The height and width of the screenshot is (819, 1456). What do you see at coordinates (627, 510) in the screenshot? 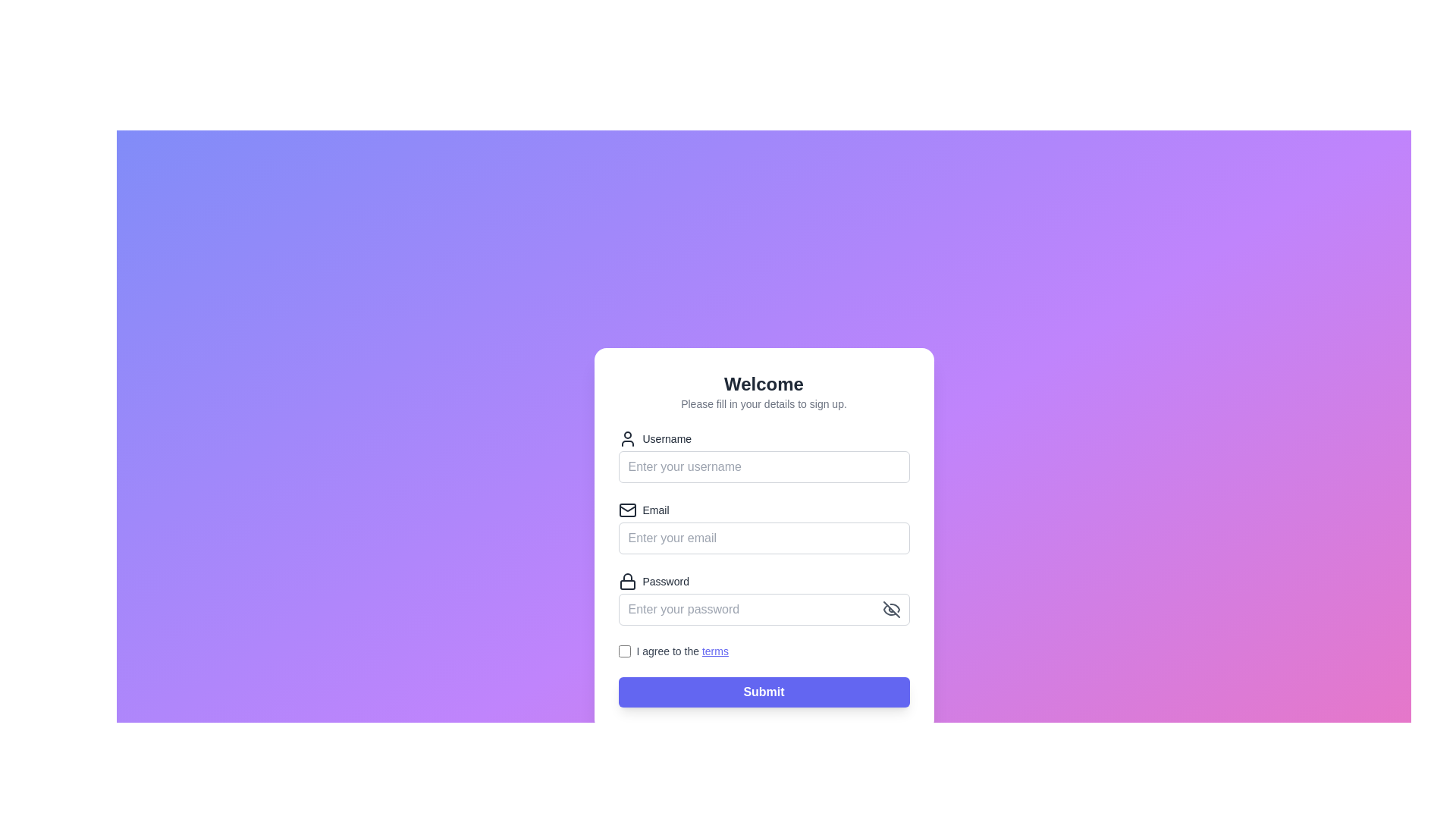
I see `the 'Email' icon, which is positioned to the left of the 'Email' label in the second row of the form, aiding in user recognition of the required information for the email input box` at bounding box center [627, 510].